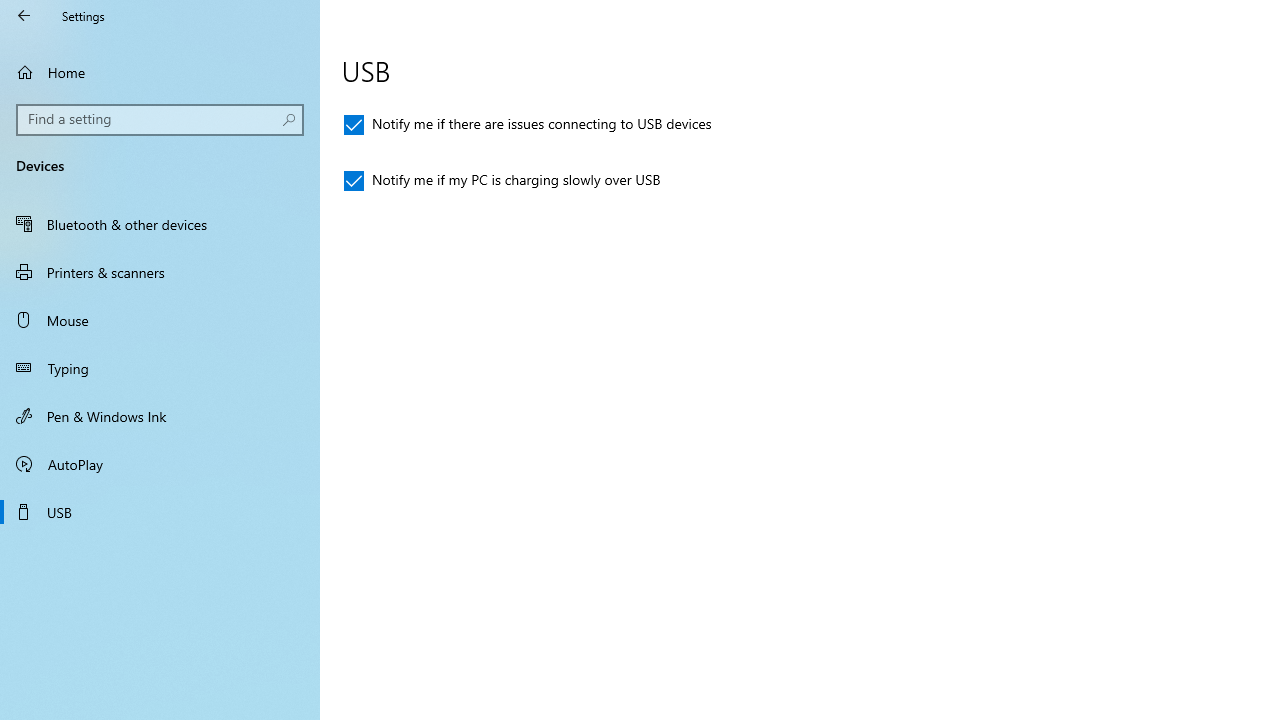 Image resolution: width=1280 pixels, height=720 pixels. What do you see at coordinates (24, 15) in the screenshot?
I see `'Back'` at bounding box center [24, 15].